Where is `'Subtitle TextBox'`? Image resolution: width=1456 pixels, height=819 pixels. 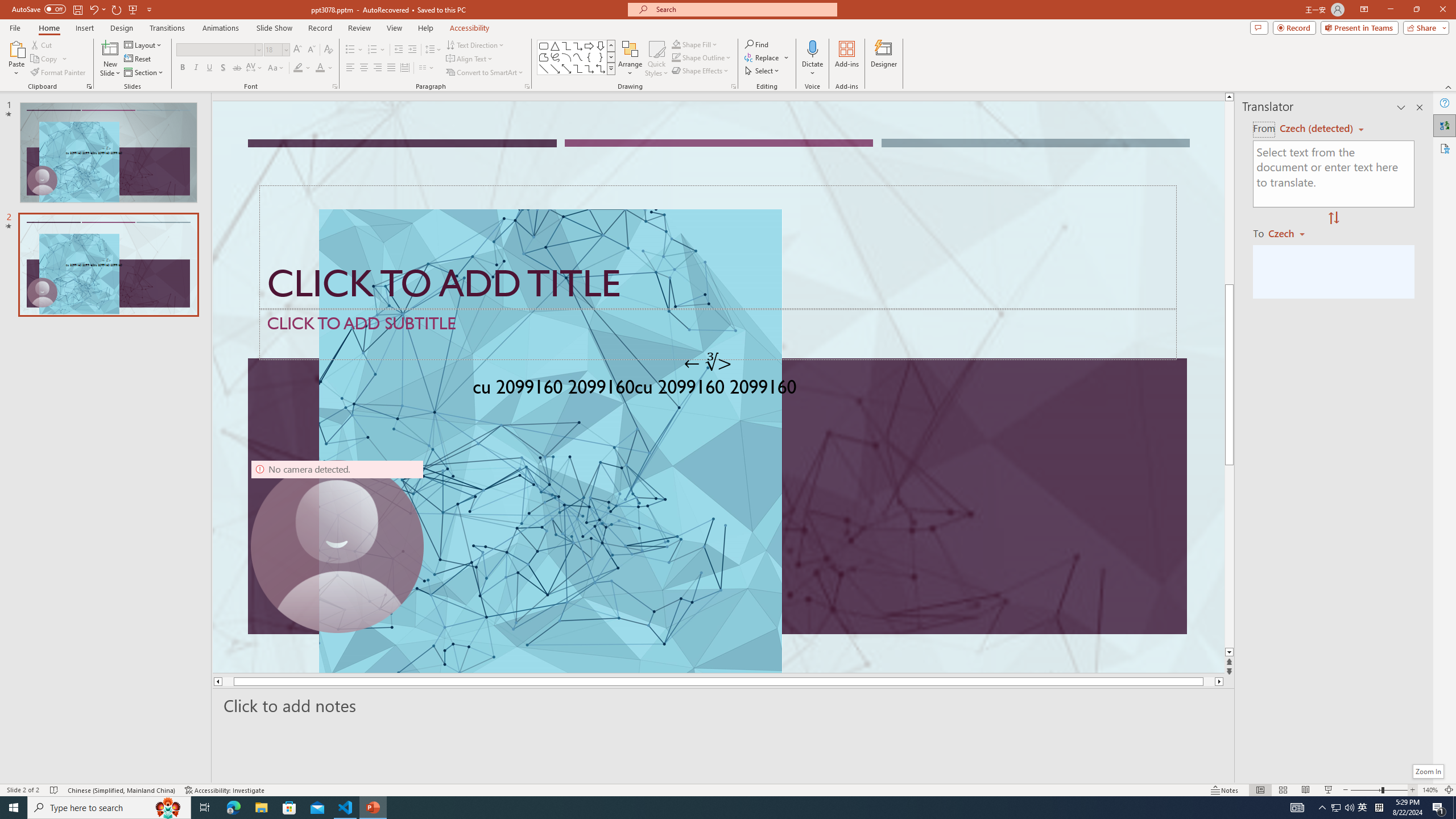 'Subtitle TextBox' is located at coordinates (717, 333).